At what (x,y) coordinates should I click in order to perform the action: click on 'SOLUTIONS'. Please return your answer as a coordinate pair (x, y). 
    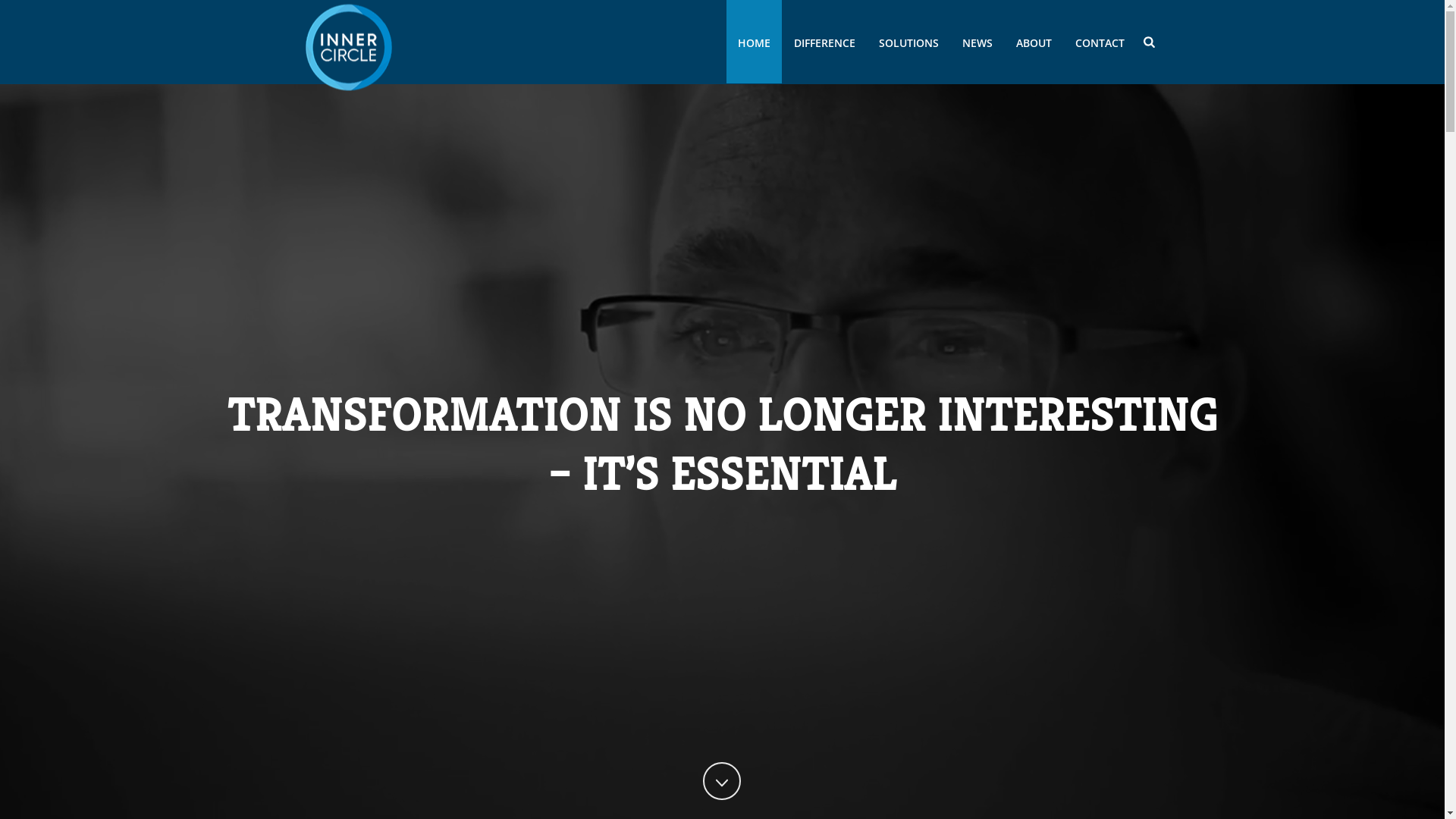
    Looking at the image, I should click on (908, 40).